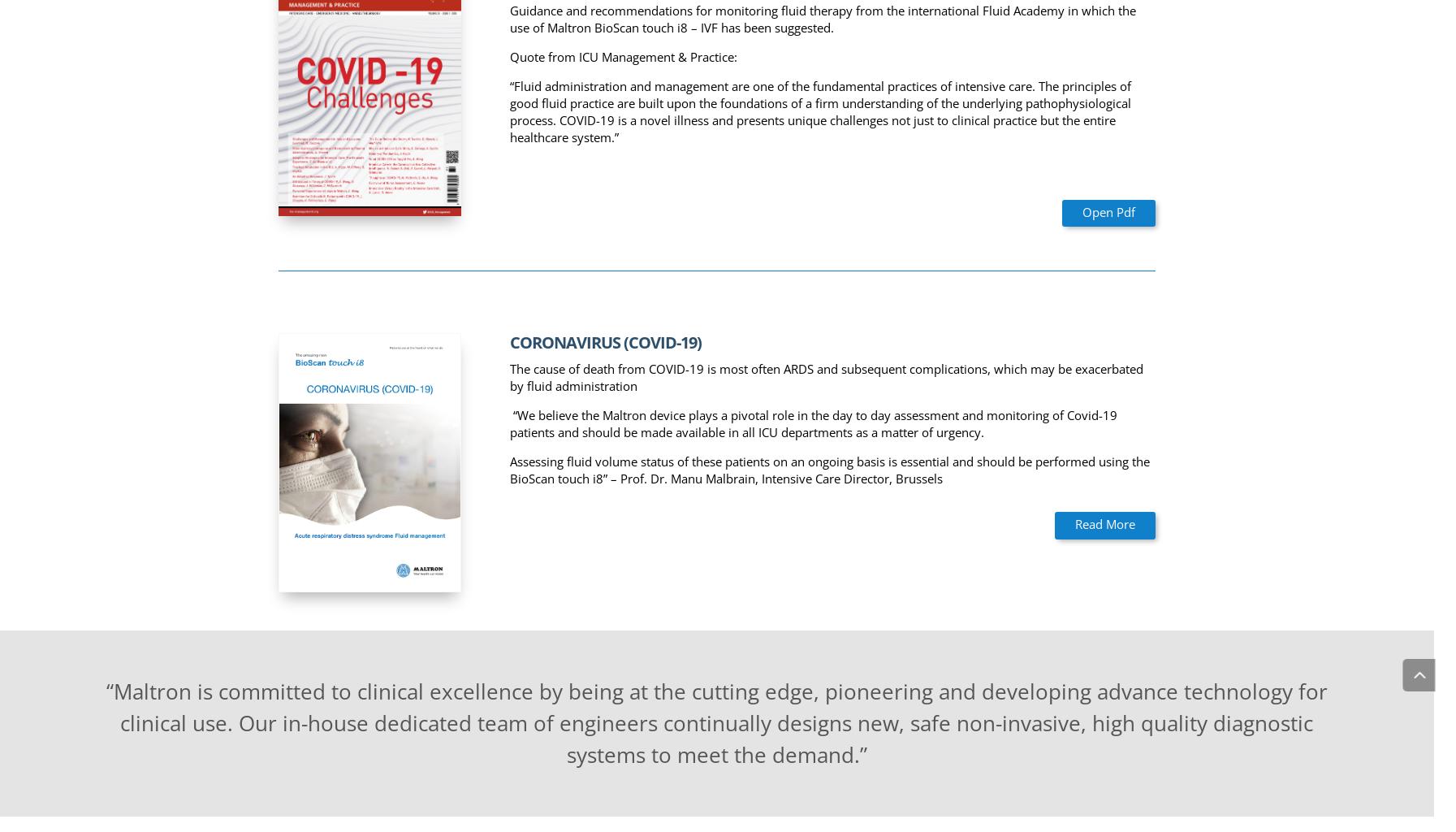 This screenshot has width=1456, height=832. I want to click on 'Quote from ICU Management & Practice:', so click(622, 56).